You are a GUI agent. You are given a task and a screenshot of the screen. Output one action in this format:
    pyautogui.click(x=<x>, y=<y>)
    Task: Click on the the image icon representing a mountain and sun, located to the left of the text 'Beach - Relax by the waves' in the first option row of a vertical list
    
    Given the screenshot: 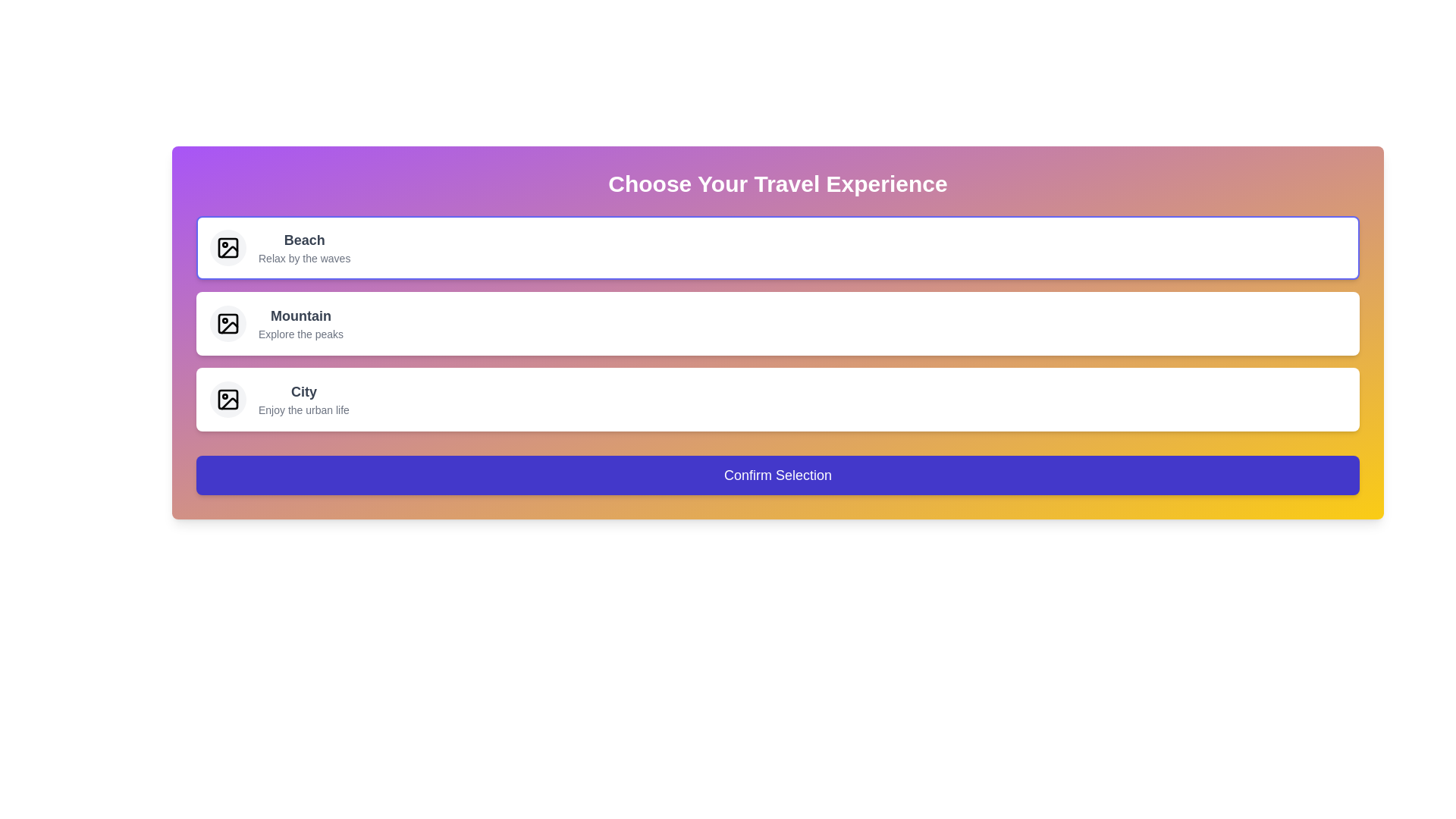 What is the action you would take?
    pyautogui.click(x=227, y=247)
    